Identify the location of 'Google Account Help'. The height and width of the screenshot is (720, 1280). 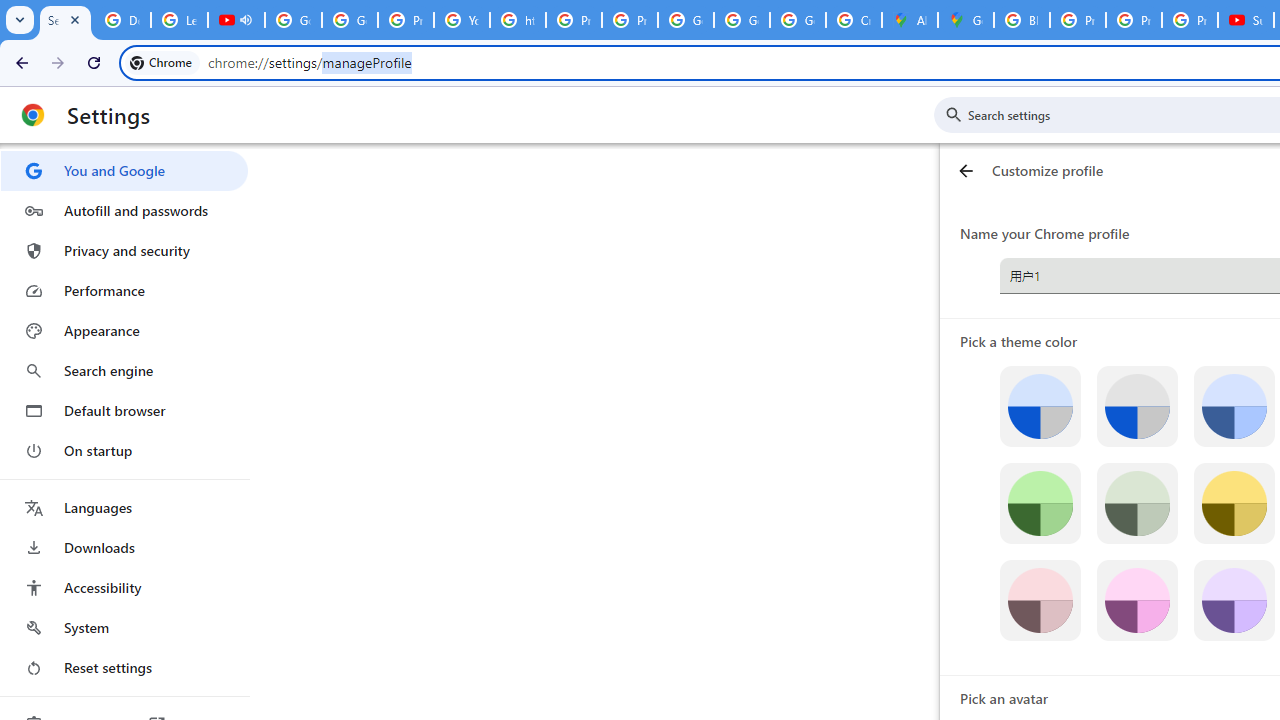
(292, 20).